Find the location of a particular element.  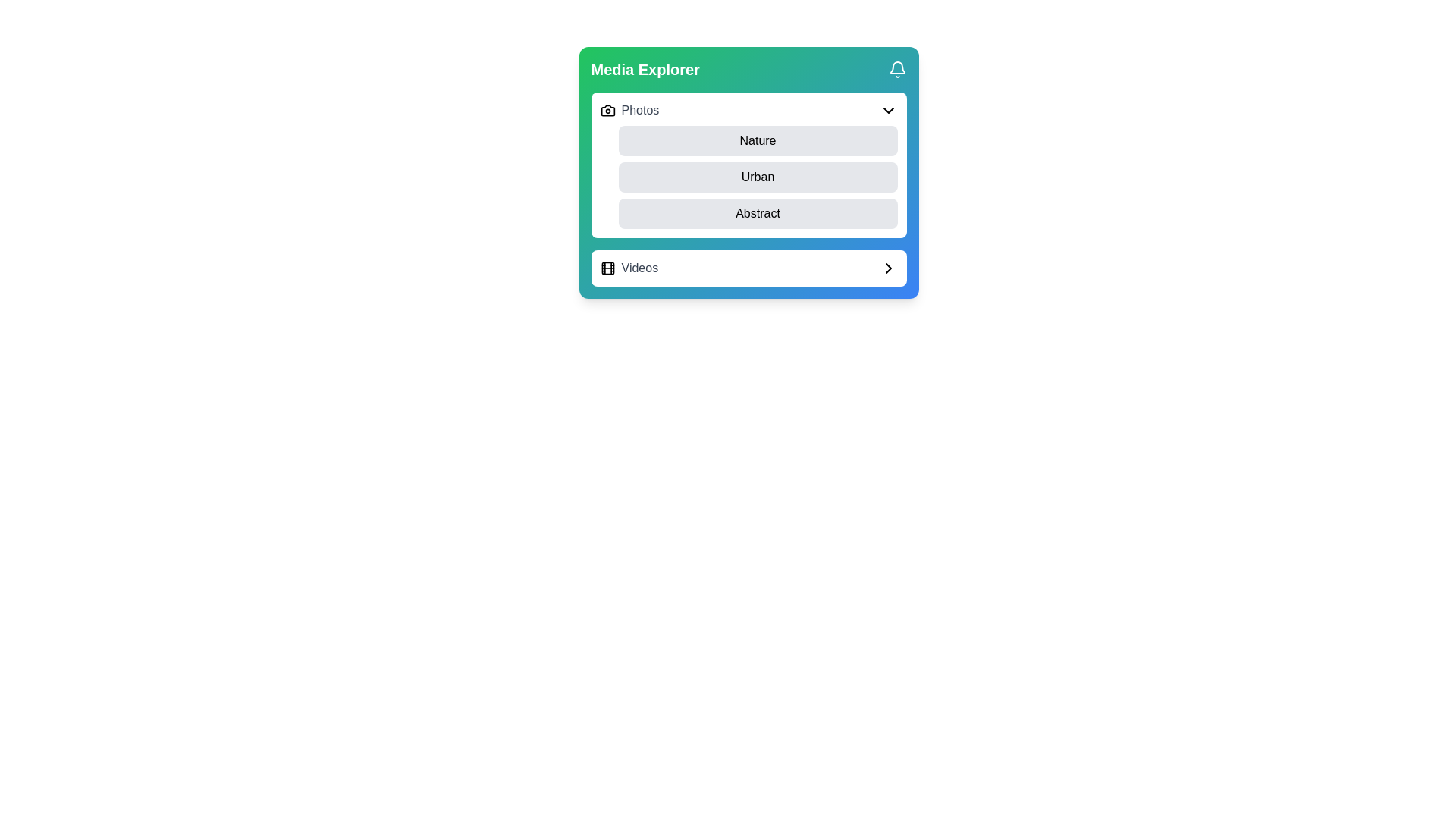

the 'Photos' category icon located at the top-left of the 'Media Explorer' section, which visually indicates the section's purpose is located at coordinates (607, 110).